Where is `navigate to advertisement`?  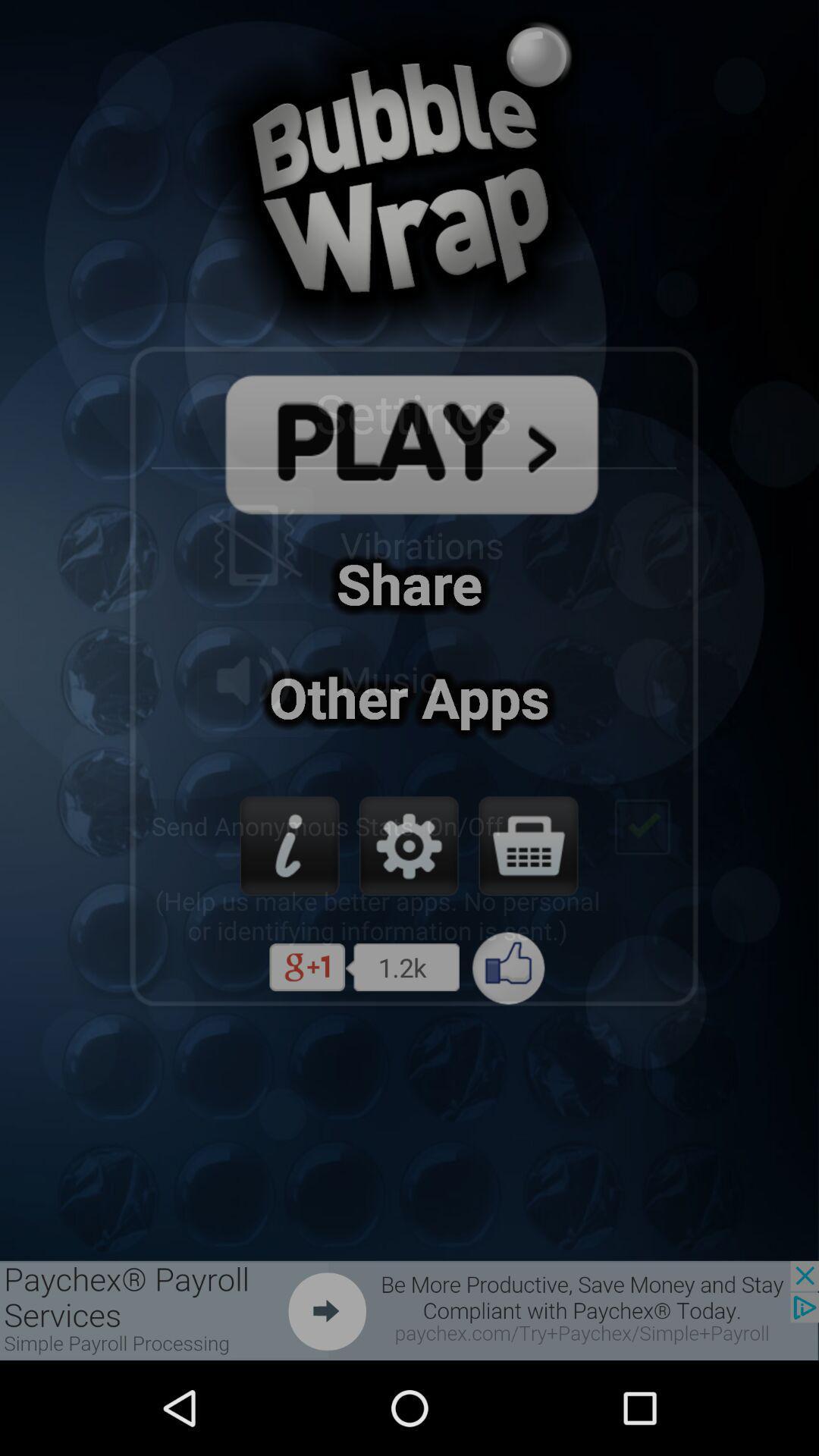 navigate to advertisement is located at coordinates (409, 1310).